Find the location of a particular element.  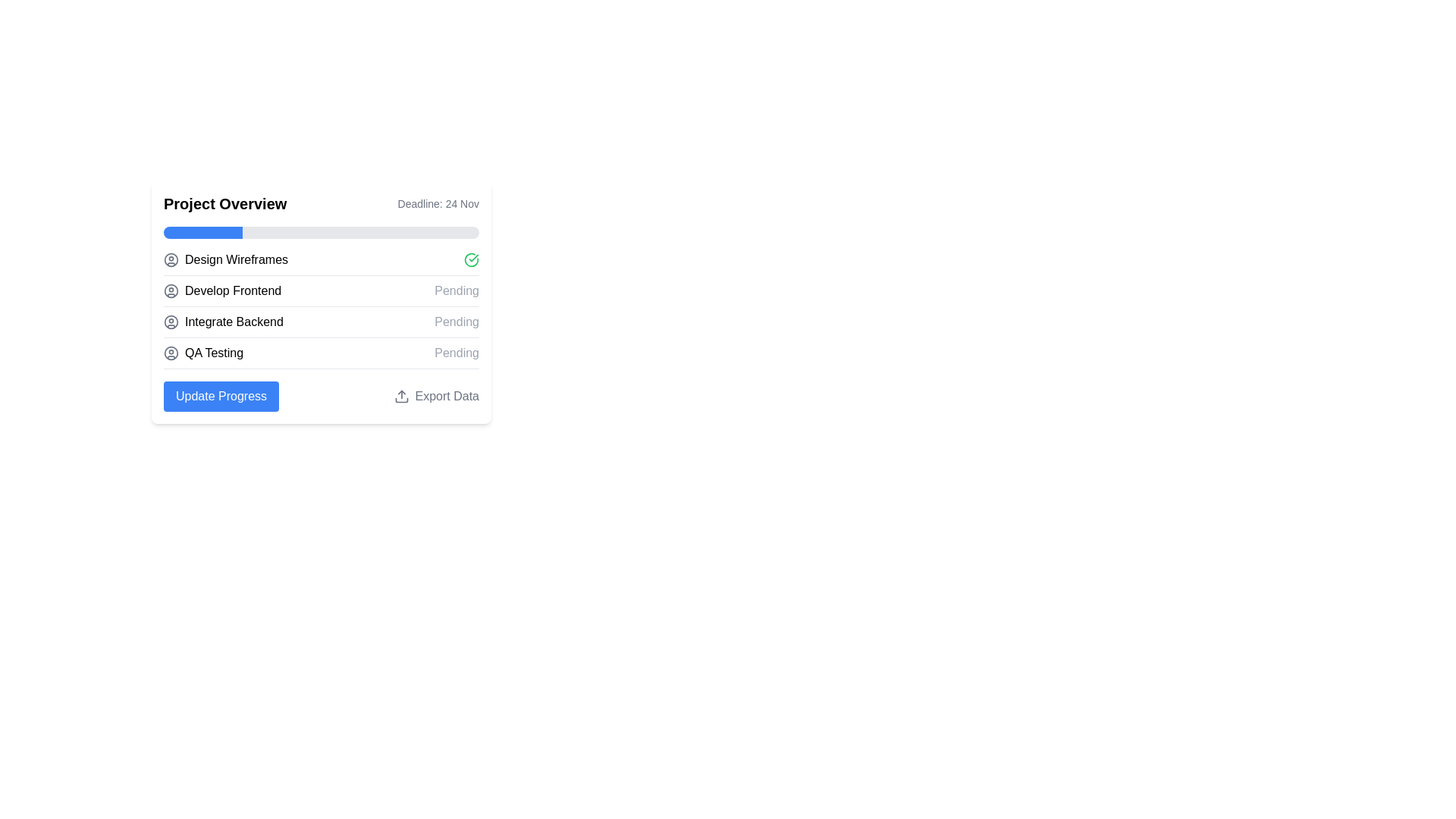

the text label displaying 'Pending' in light gray, positioned on the right side of the 'Develop Frontend' task in the project tasks list is located at coordinates (456, 291).